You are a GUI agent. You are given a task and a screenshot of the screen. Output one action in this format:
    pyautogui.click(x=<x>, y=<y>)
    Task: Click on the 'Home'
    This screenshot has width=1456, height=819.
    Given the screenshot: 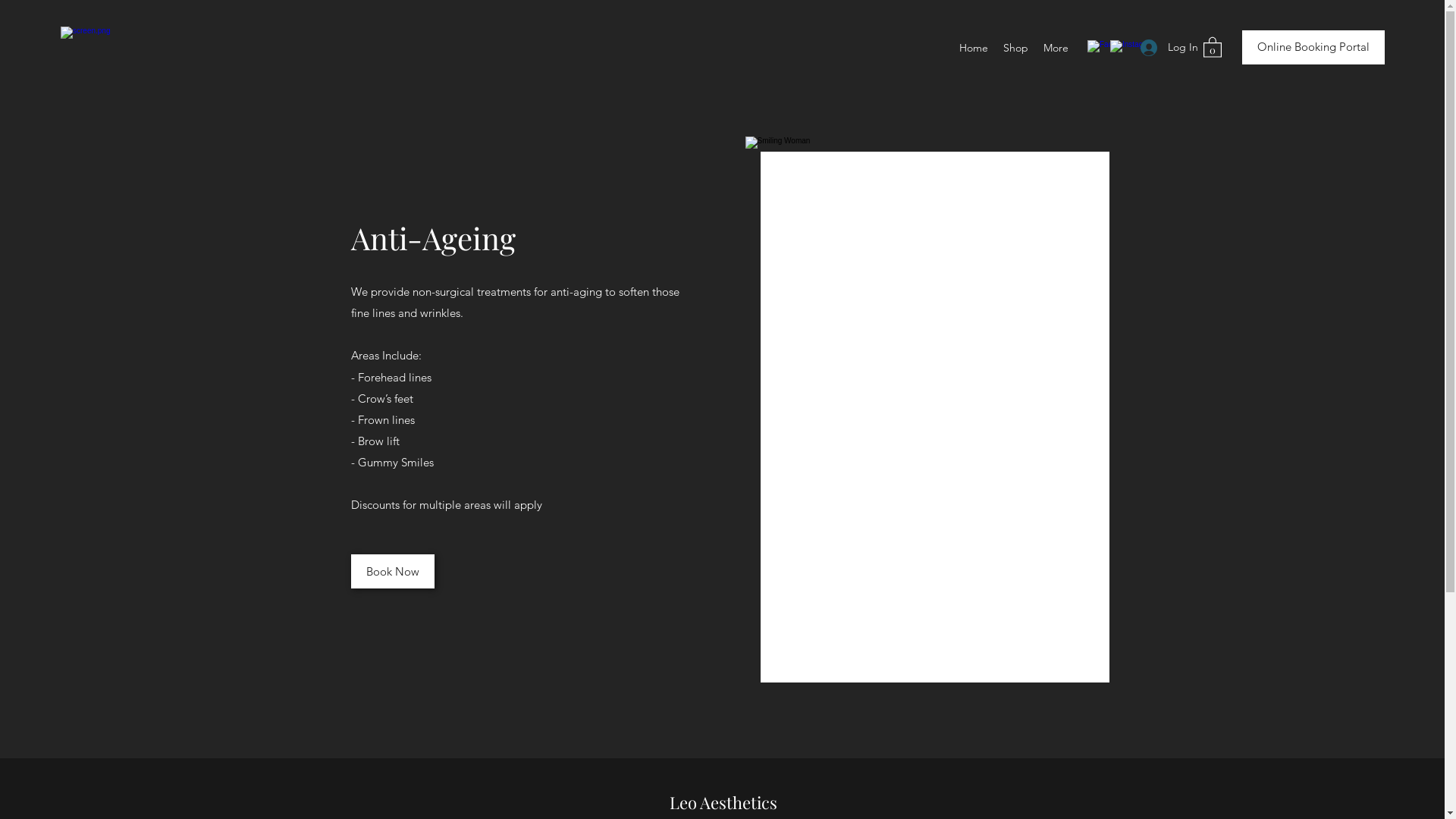 What is the action you would take?
    pyautogui.click(x=973, y=46)
    